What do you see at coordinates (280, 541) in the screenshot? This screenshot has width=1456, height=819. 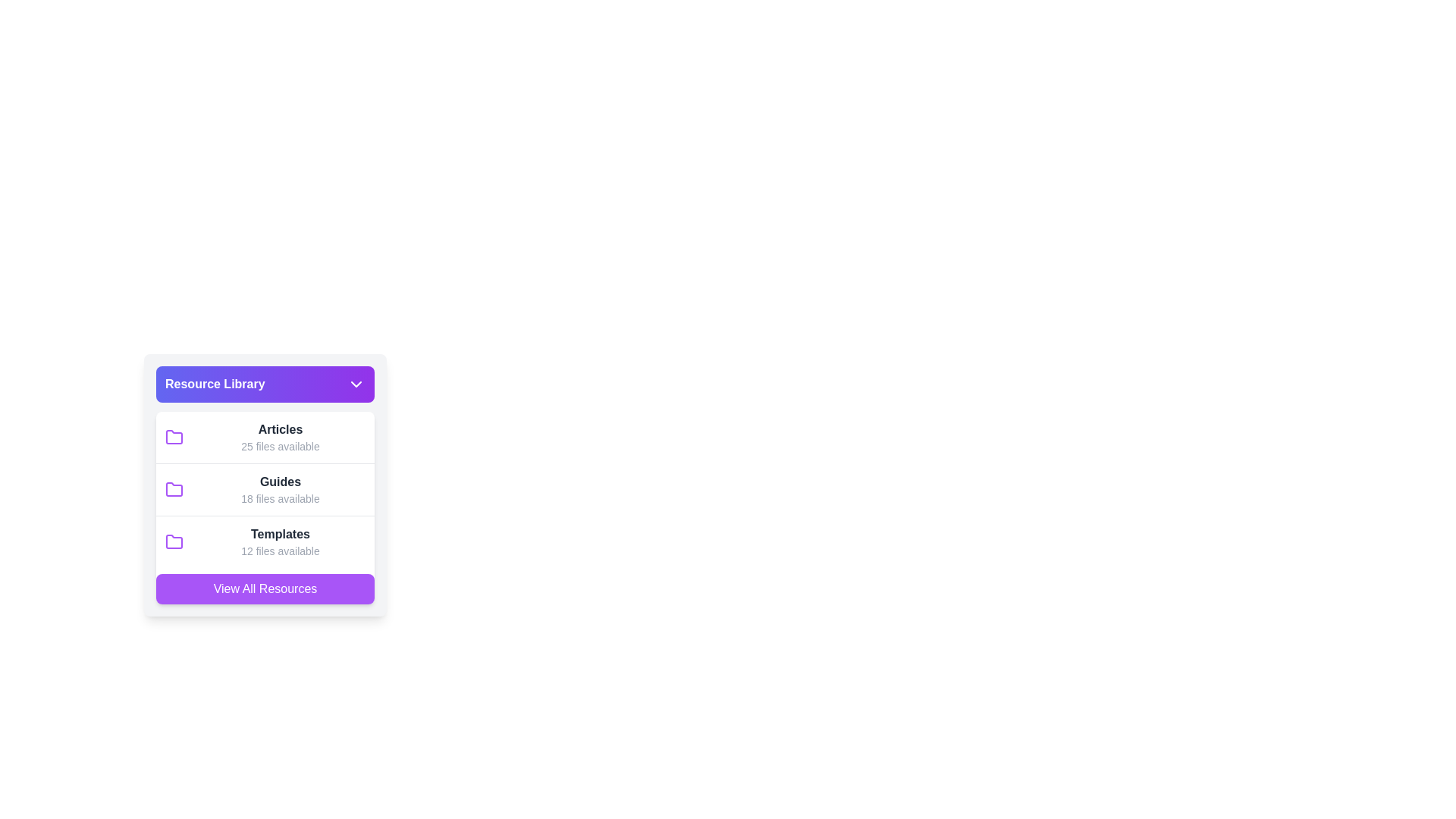 I see `text of the header and description for the 'Templates' files category, which indicates the number of available files in this section. This element is positioned as the third entry in a vertical list within the 'Resource Library' card structure, below 'Articles' and 'Guides'` at bounding box center [280, 541].